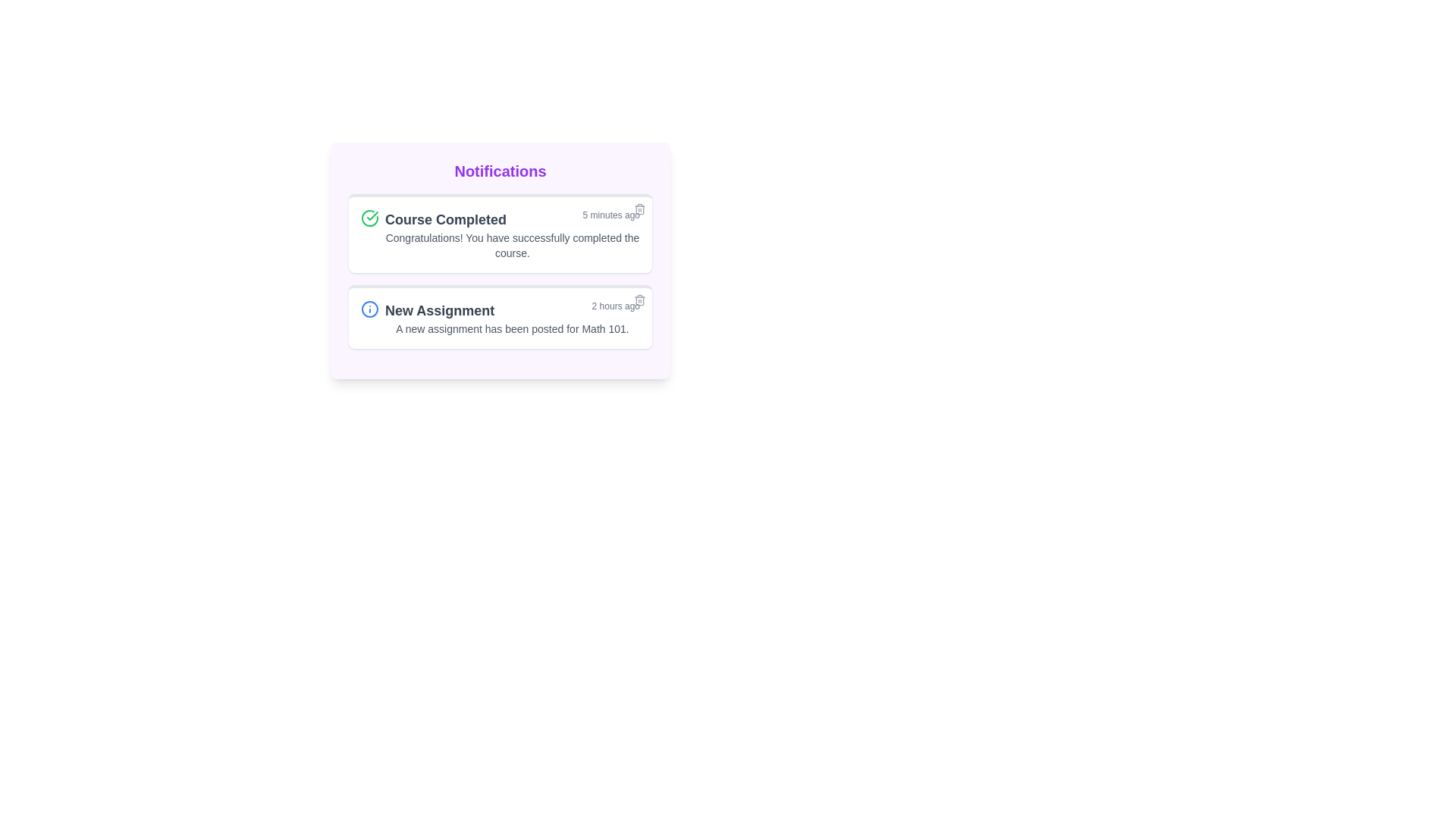  Describe the element at coordinates (640, 300) in the screenshot. I see `the delete icon button located at the top-right corner of the 'New Assignment' notification` at that location.